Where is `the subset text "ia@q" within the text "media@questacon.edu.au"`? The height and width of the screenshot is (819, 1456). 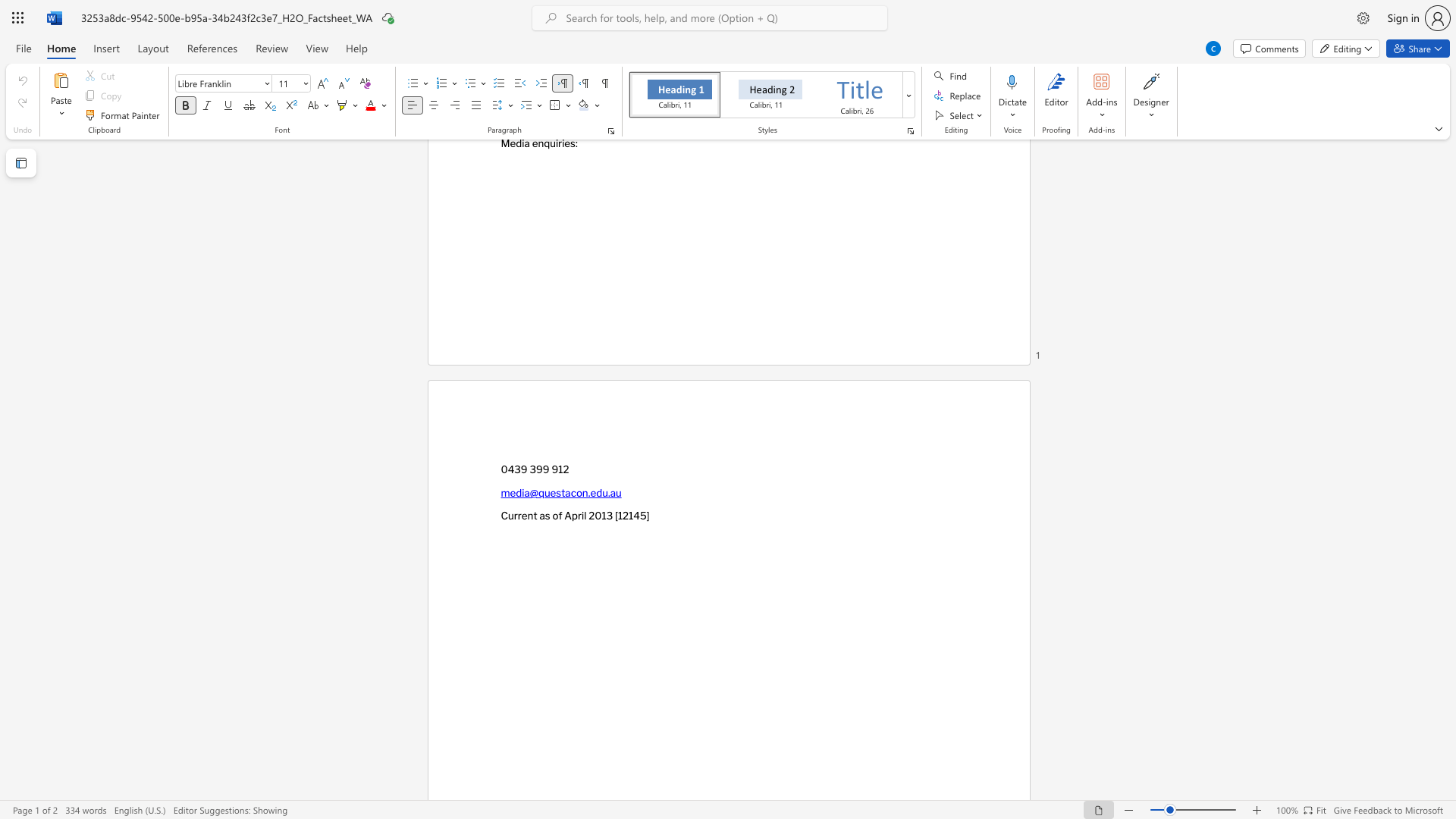 the subset text "ia@q" within the text "media@questacon.edu.au" is located at coordinates (522, 492).